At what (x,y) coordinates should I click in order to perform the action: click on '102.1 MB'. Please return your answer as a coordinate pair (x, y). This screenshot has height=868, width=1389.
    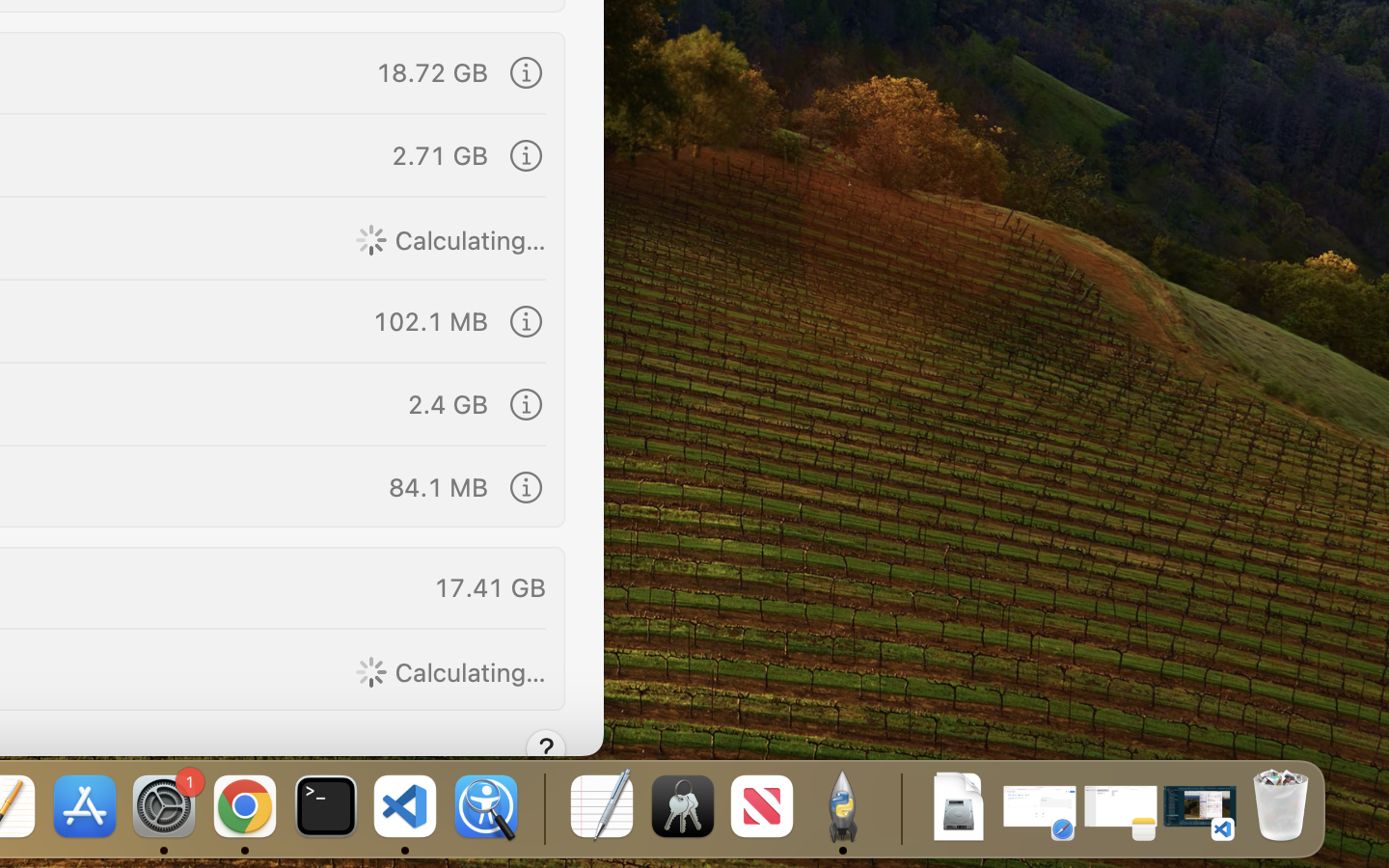
    Looking at the image, I should click on (429, 319).